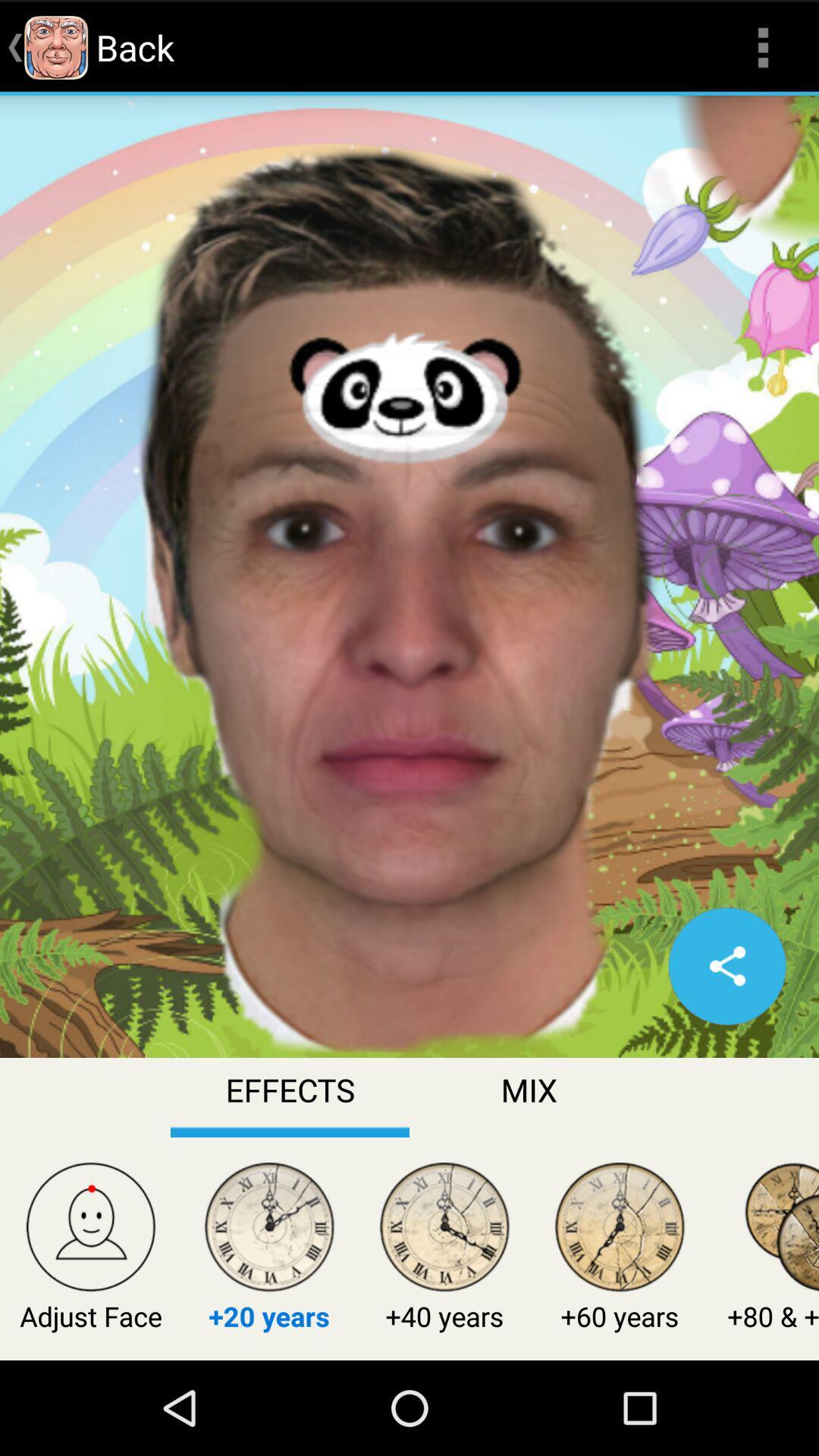 The height and width of the screenshot is (1456, 819). I want to click on refresh the page, so click(726, 965).